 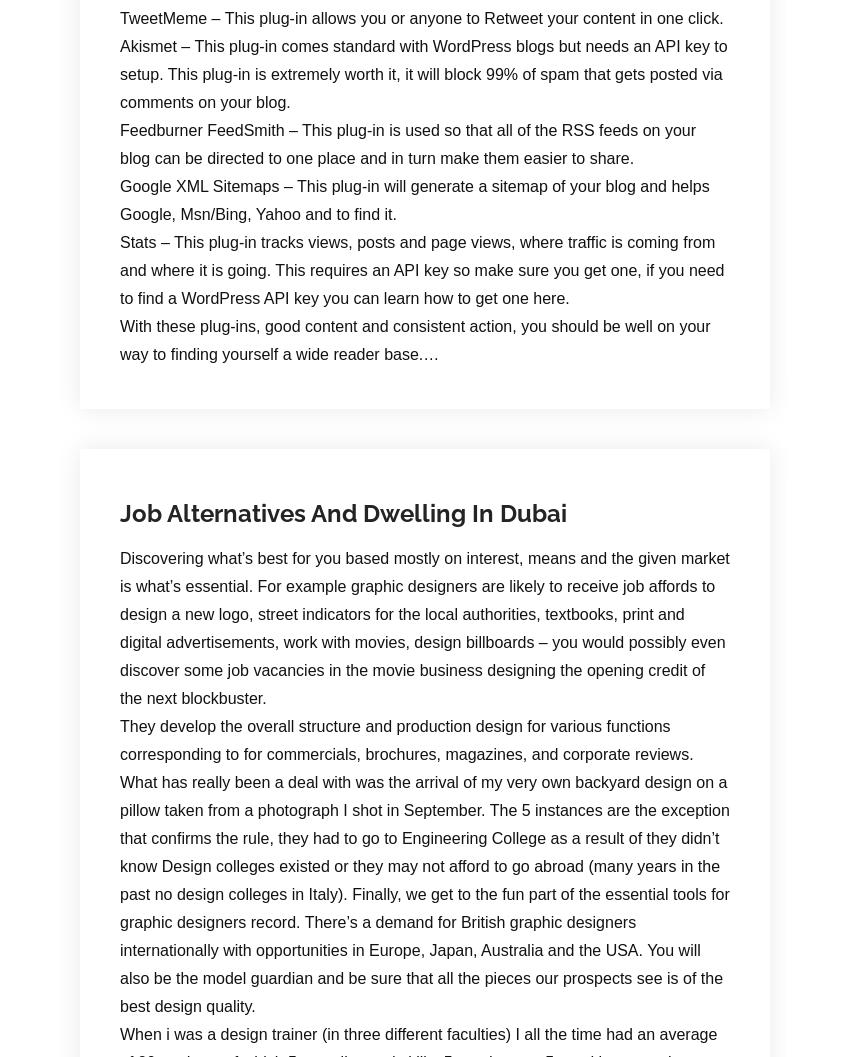 What do you see at coordinates (422, 268) in the screenshot?
I see `'Stats – This plug-in tracks views, posts and page views, where traffic is coming from and where it is going. This requires an API key so make sure you get one, if you need to find a WordPress API key you can learn how to get one here.'` at bounding box center [422, 268].